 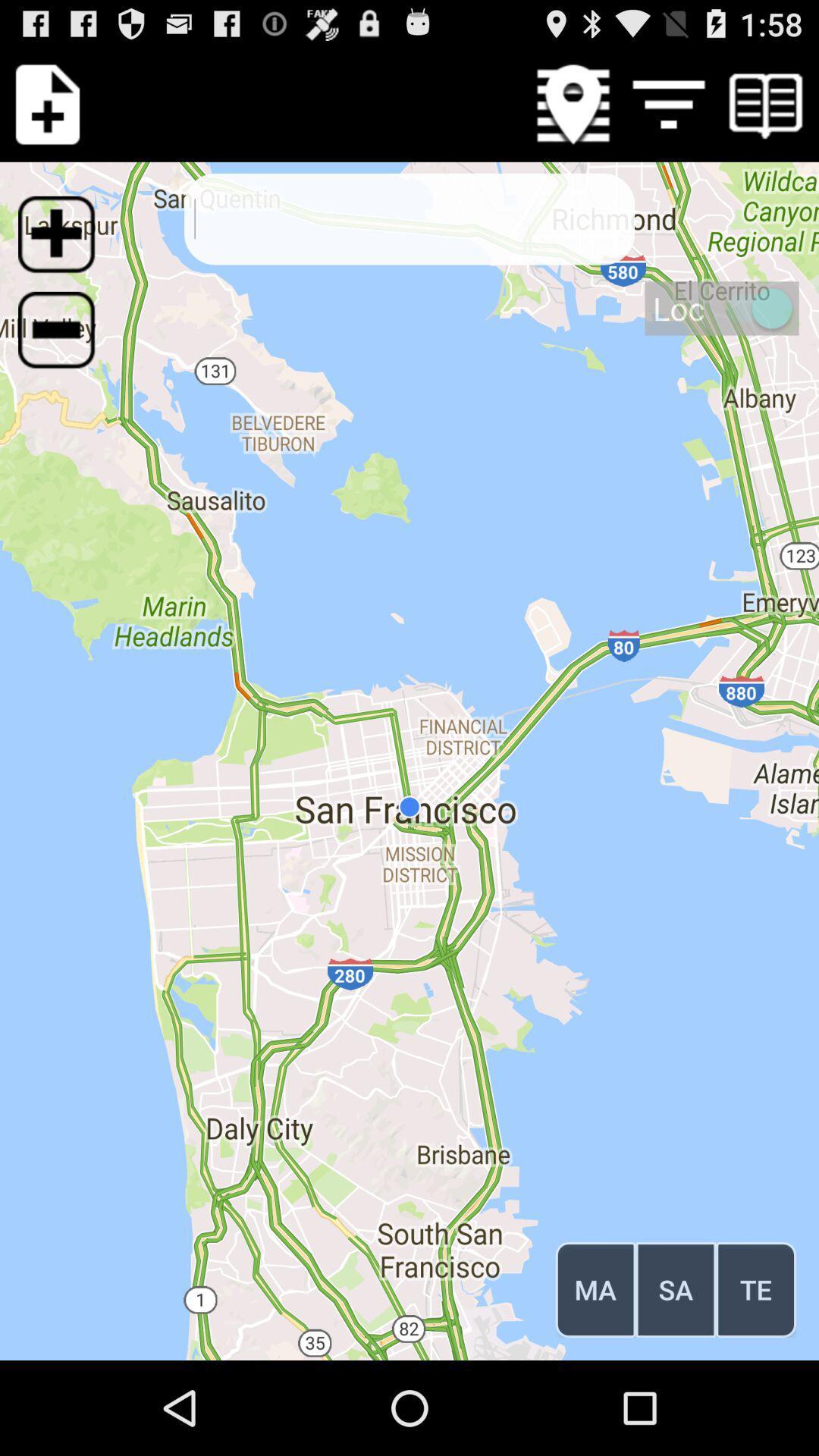 What do you see at coordinates (675, 1288) in the screenshot?
I see `the item next to the te` at bounding box center [675, 1288].